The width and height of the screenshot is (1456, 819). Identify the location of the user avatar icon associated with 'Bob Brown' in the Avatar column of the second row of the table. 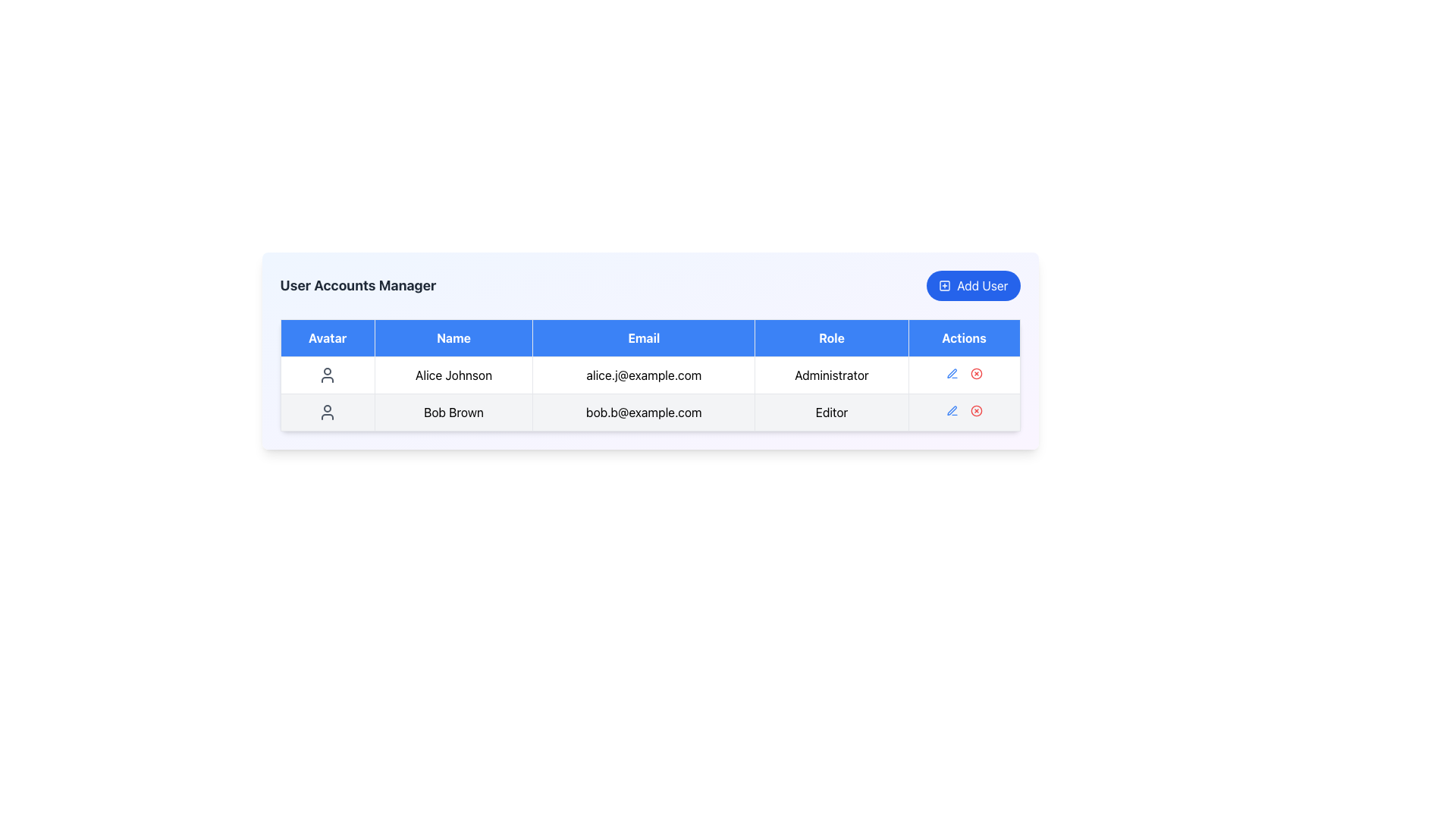
(327, 375).